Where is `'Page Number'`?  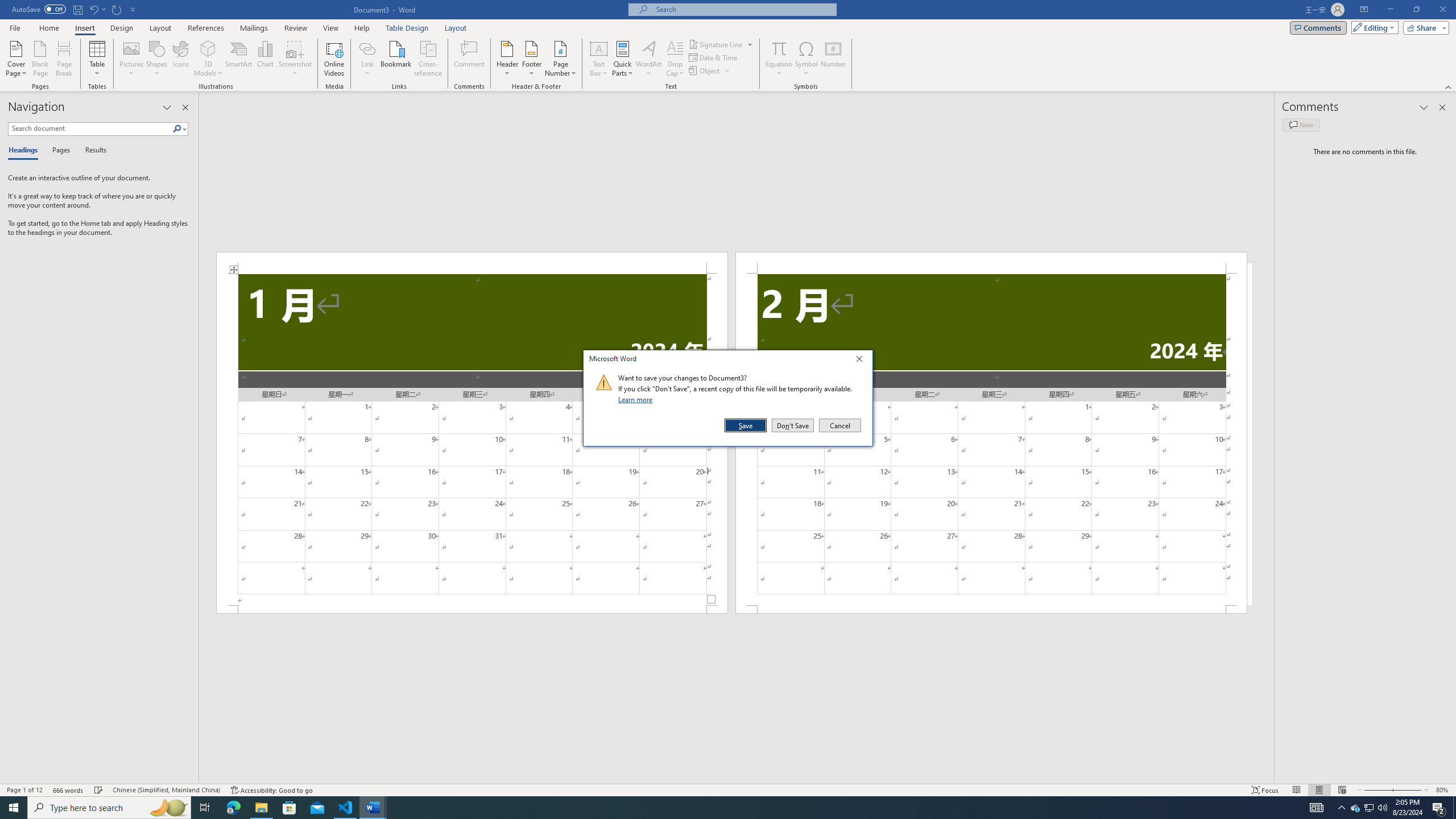 'Page Number' is located at coordinates (560, 59).